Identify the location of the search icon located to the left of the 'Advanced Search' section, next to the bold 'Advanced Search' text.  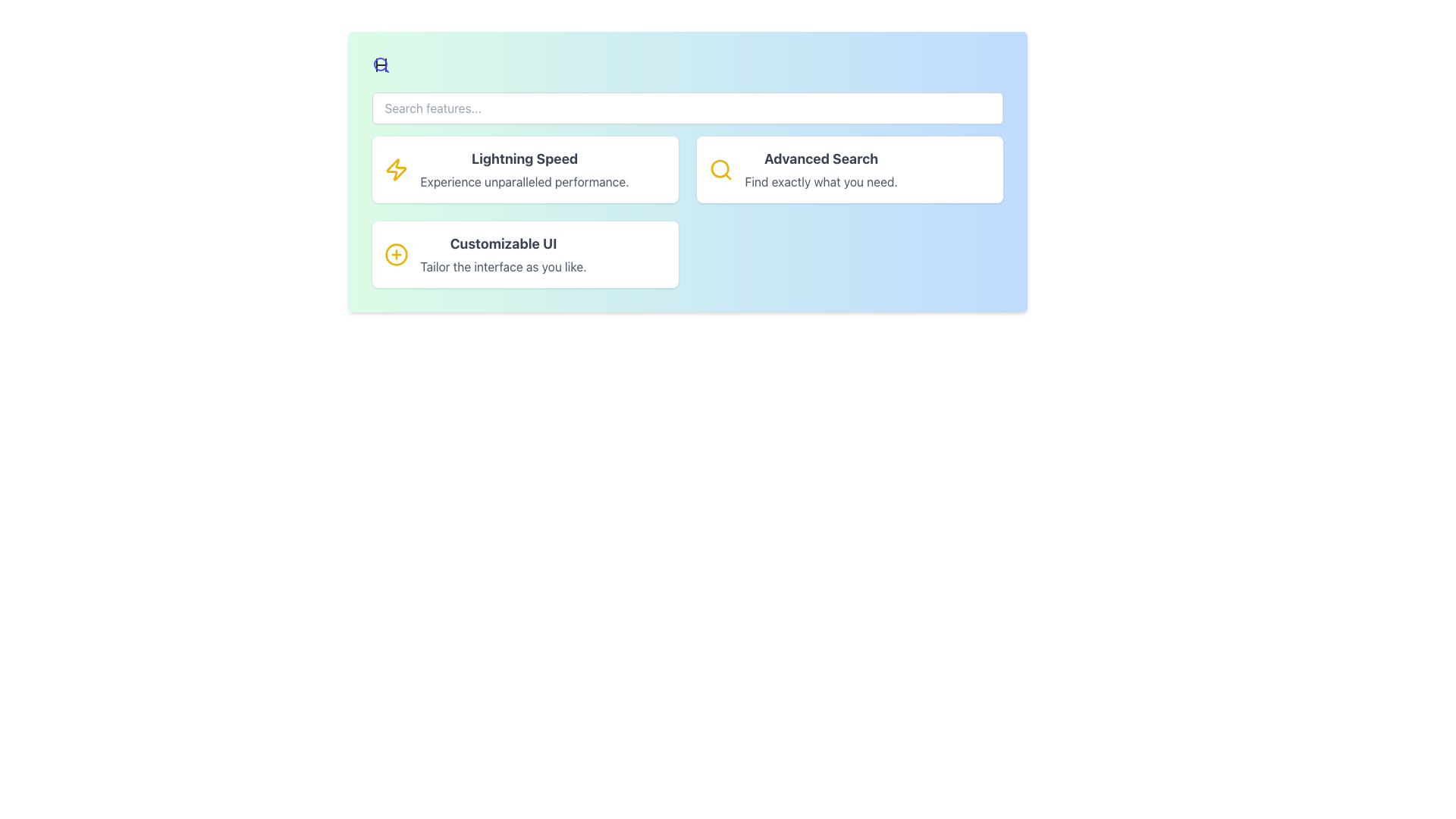
(720, 169).